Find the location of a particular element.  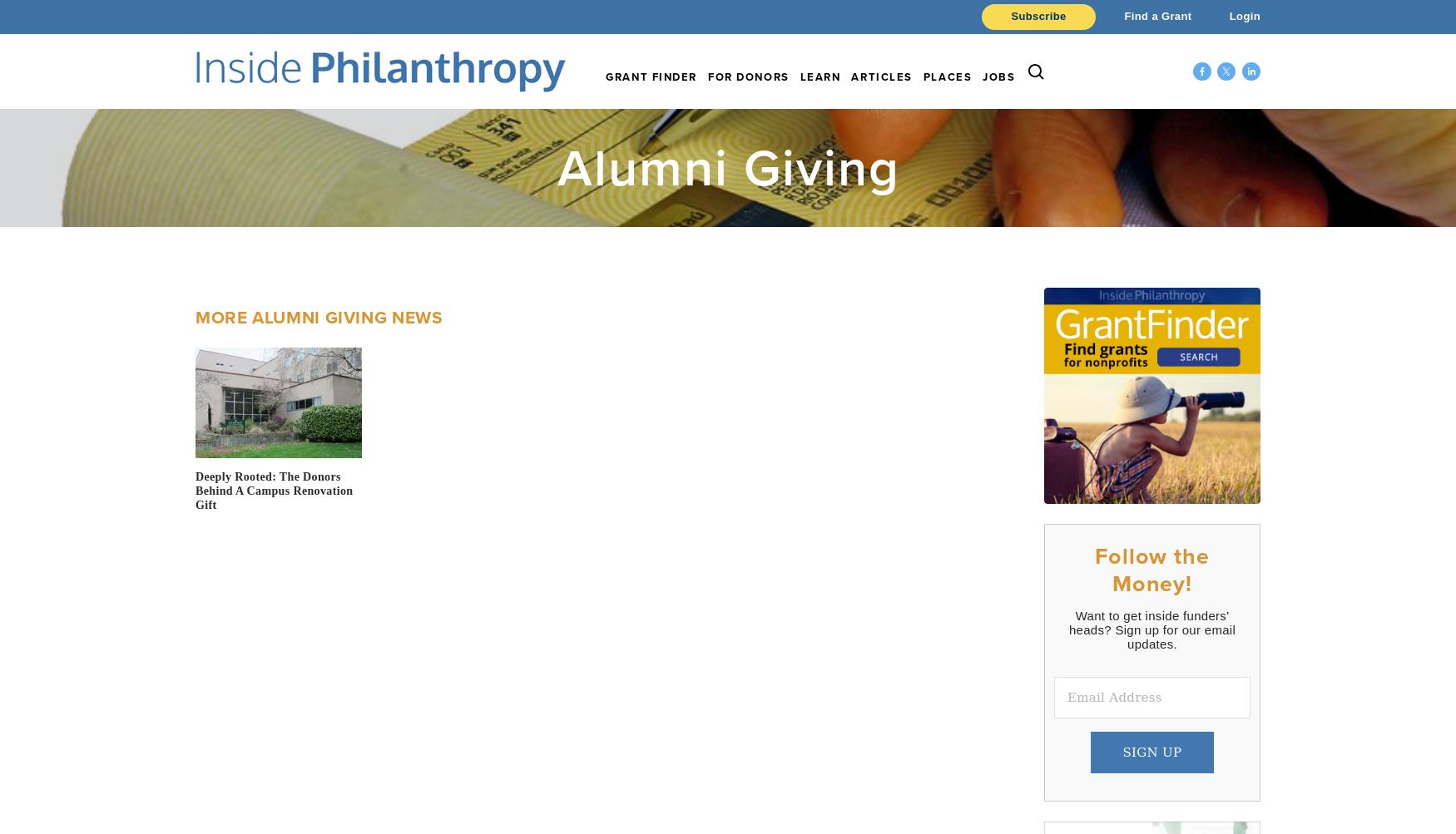

'Follow the Money!' is located at coordinates (1095, 570).